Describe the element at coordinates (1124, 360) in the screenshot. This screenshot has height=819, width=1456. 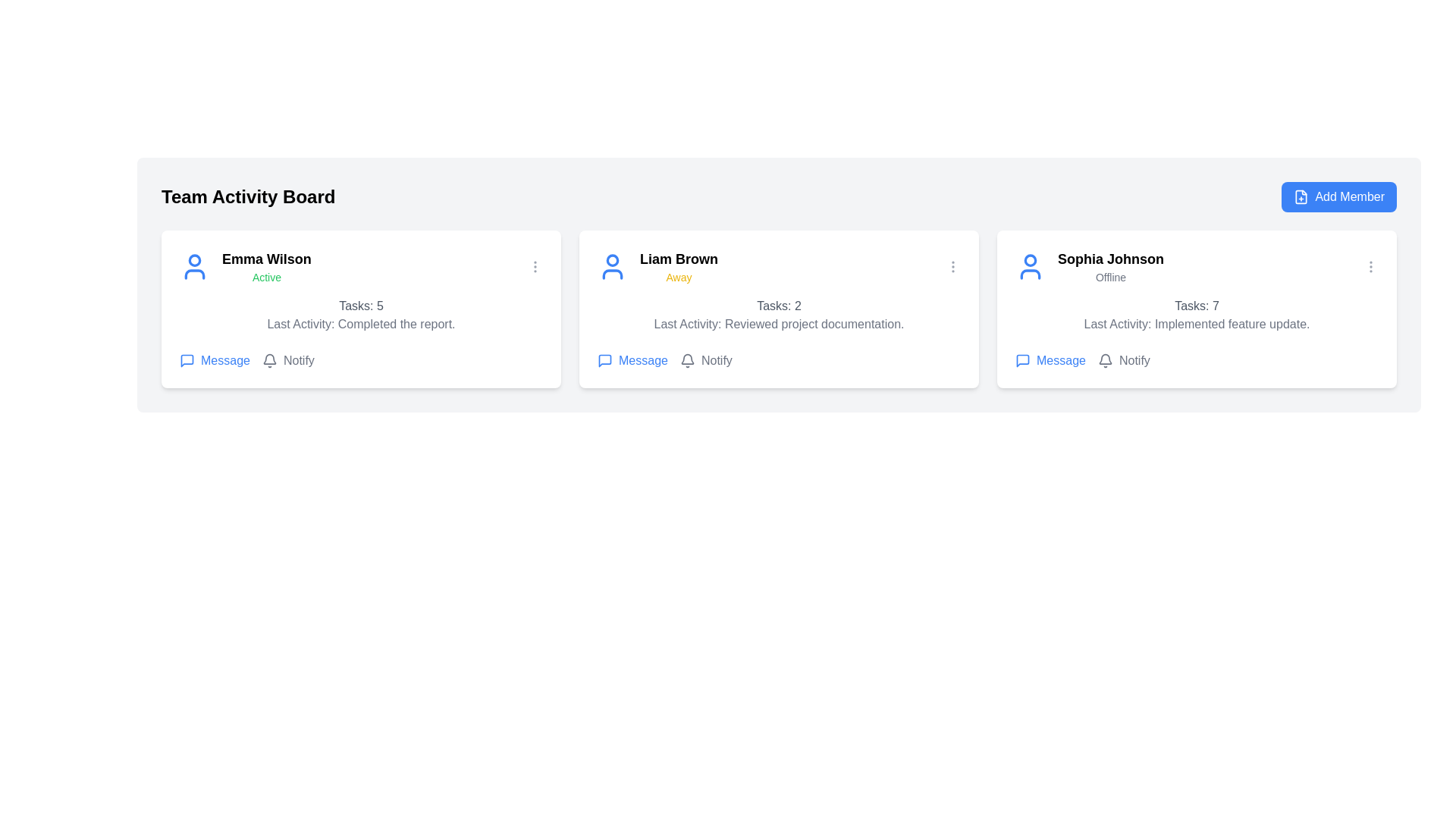
I see `the interactive button to the right of the 'Message' option for 'Sophia Johnson'` at that location.